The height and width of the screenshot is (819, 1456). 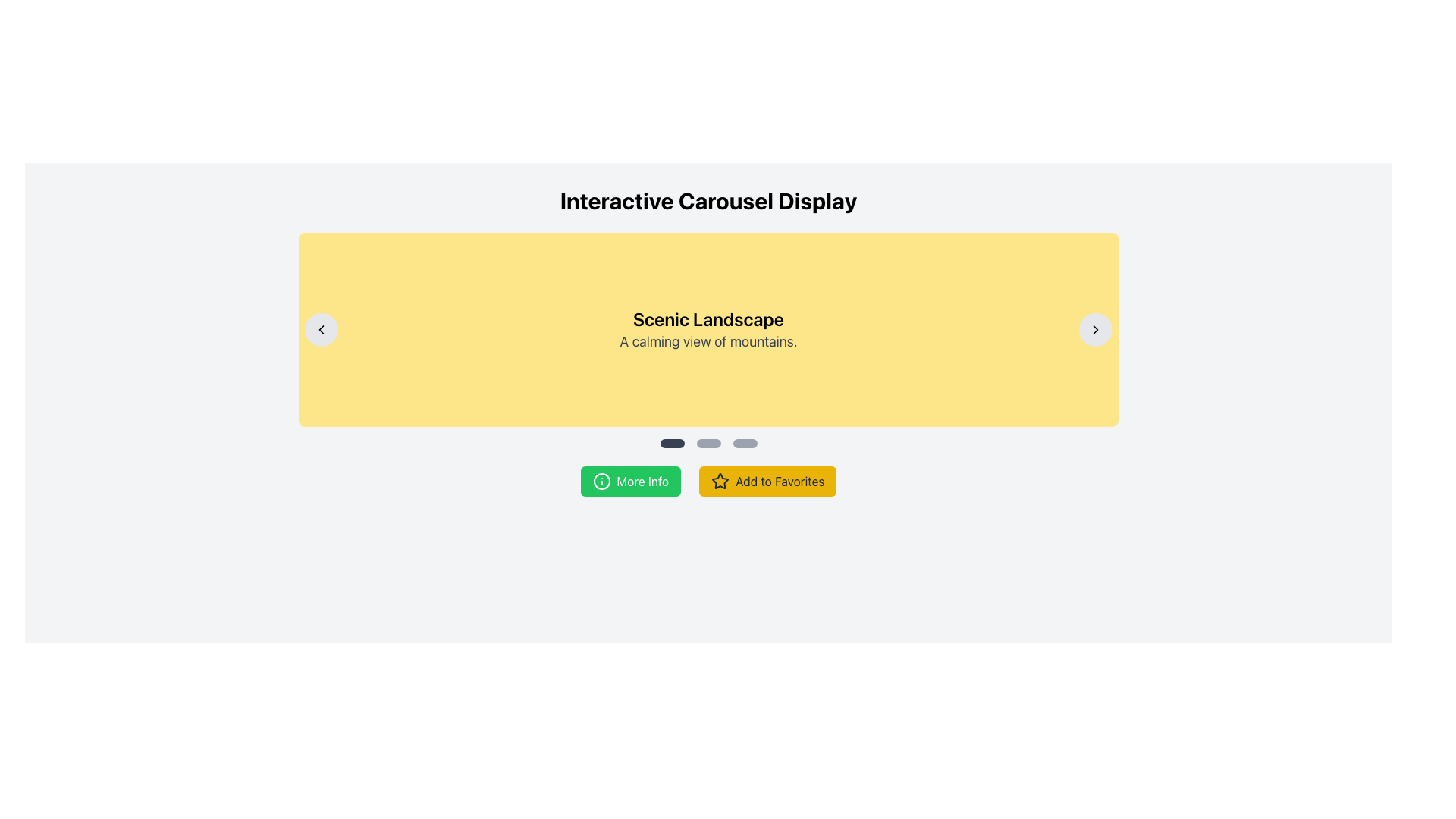 I want to click on the star icon, which is outlined in black and filled with yellow, located inside the 'Add to Favorites' button, so click(x=720, y=481).